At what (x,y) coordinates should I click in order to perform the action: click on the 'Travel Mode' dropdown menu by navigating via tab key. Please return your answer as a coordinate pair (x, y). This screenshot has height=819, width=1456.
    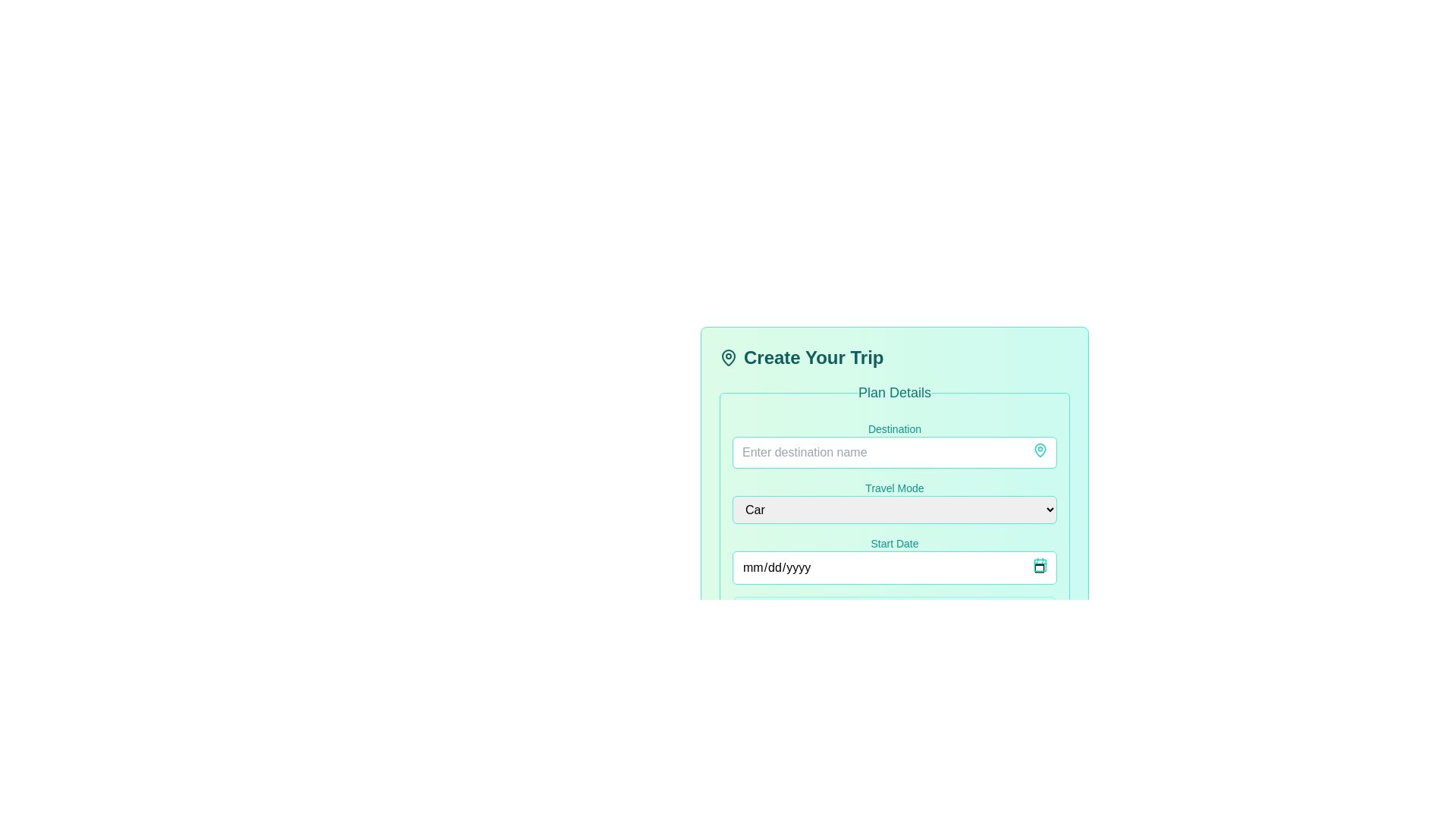
    Looking at the image, I should click on (895, 502).